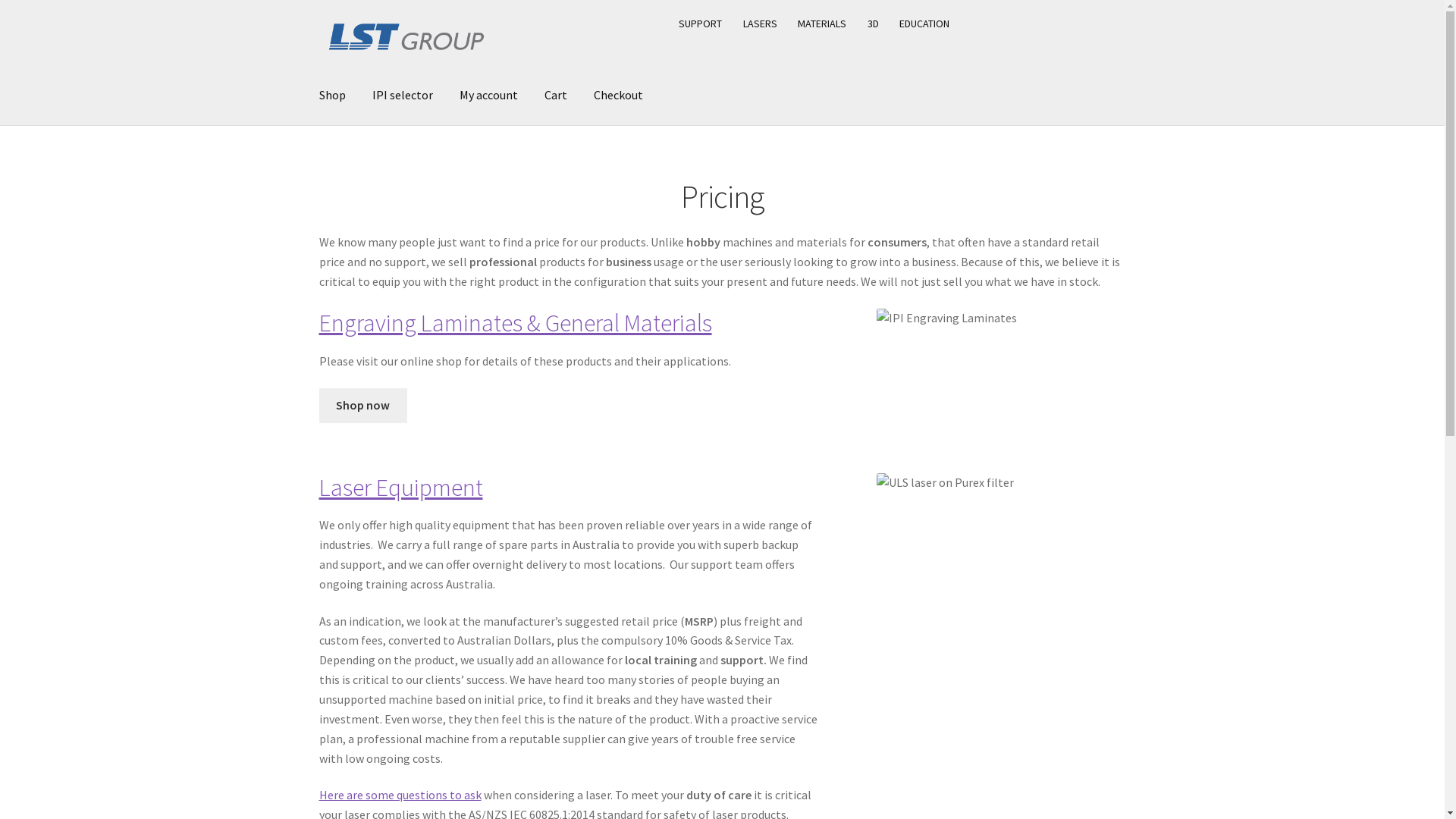 This screenshot has height=819, width=1456. Describe the element at coordinates (516, 322) in the screenshot. I see `'Engraving Laminates & General Materials'` at that location.